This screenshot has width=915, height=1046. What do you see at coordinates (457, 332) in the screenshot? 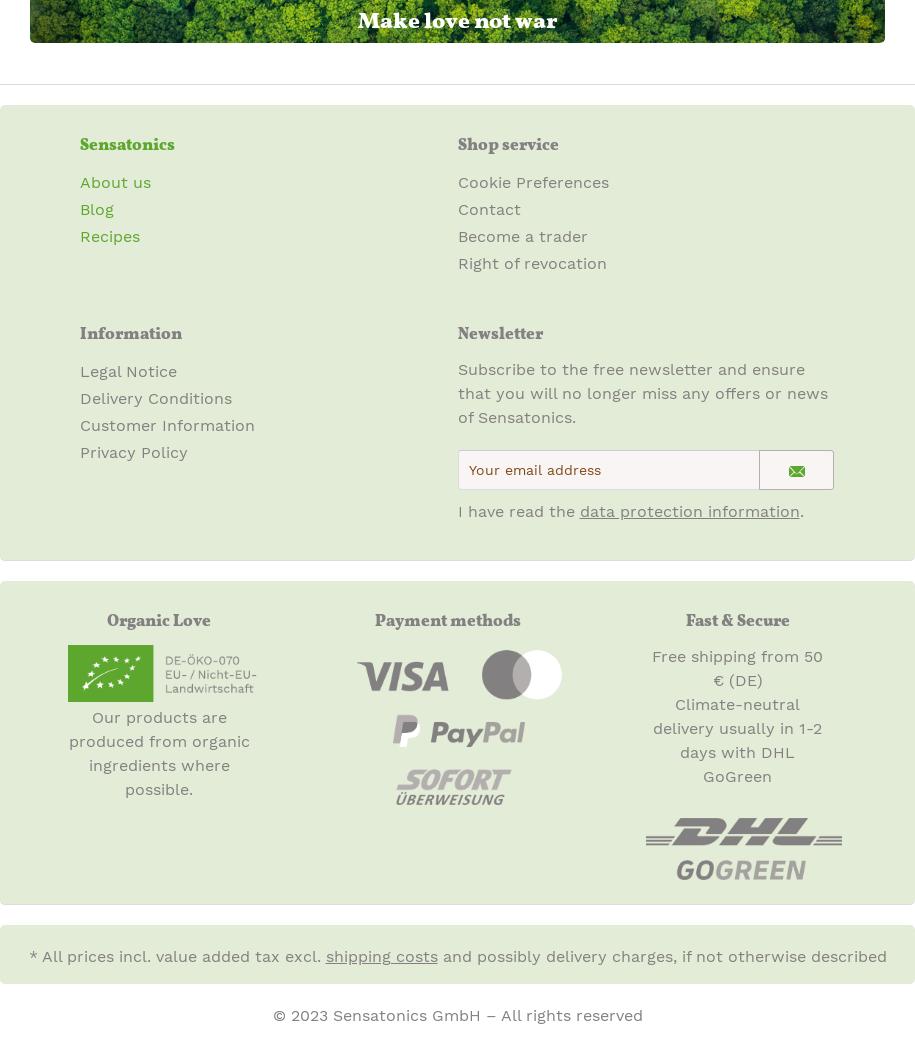
I see `'Newsletter'` at bounding box center [457, 332].